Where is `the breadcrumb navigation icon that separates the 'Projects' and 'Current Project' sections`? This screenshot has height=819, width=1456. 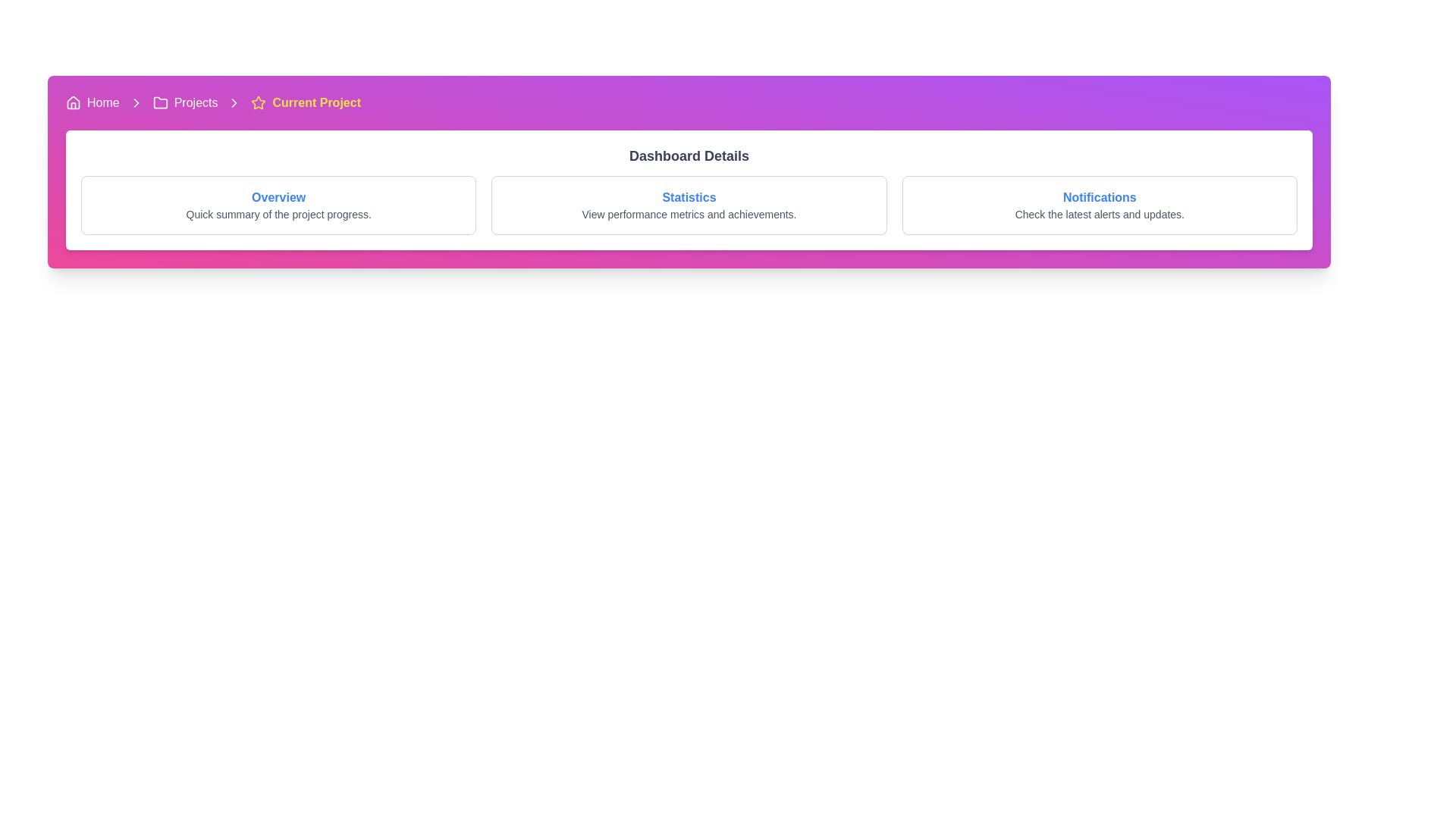 the breadcrumb navigation icon that separates the 'Projects' and 'Current Project' sections is located at coordinates (234, 102).